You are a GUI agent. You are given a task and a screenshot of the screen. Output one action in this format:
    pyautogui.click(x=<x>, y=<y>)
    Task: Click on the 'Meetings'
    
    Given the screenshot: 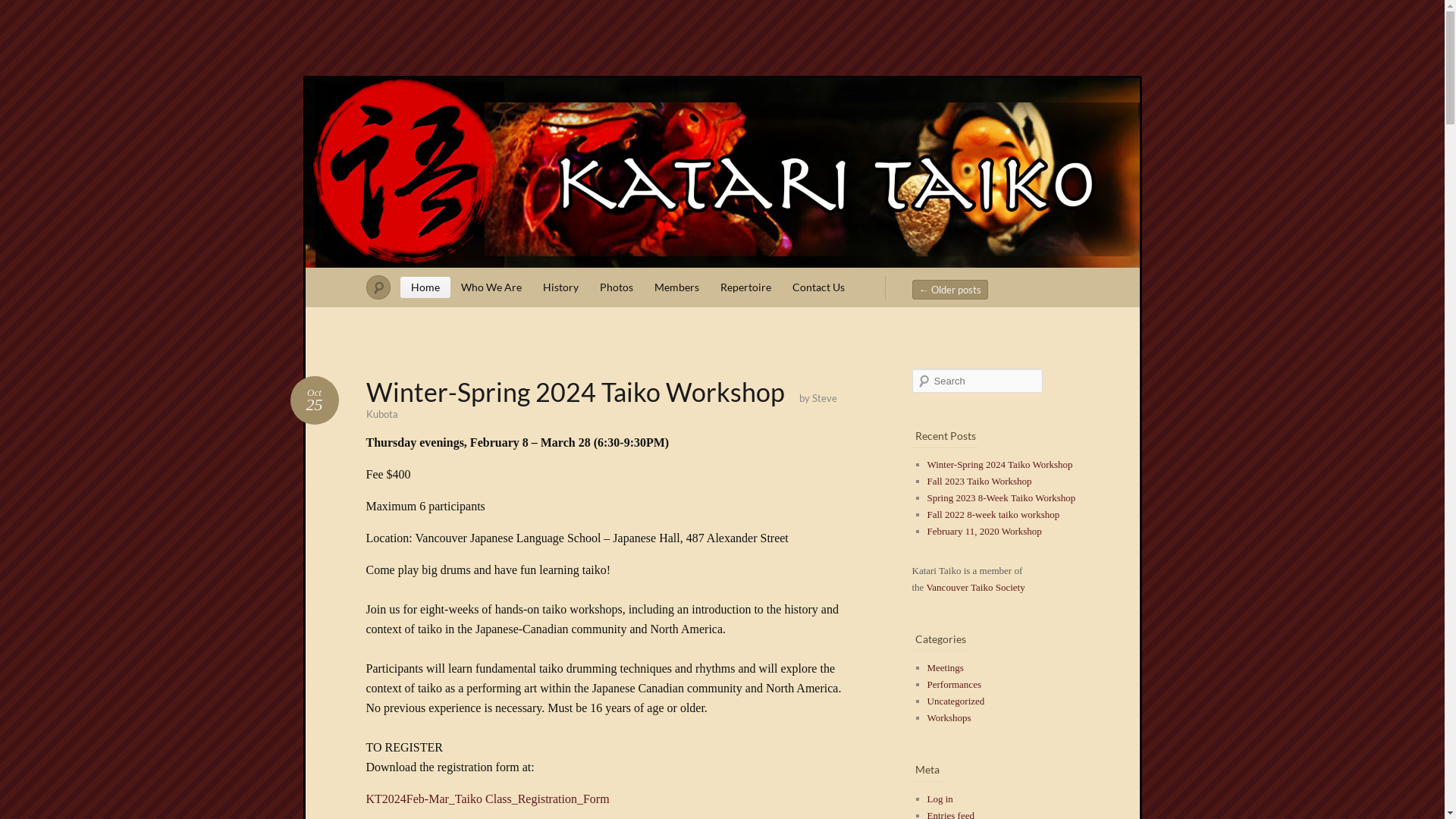 What is the action you would take?
    pyautogui.click(x=944, y=667)
    